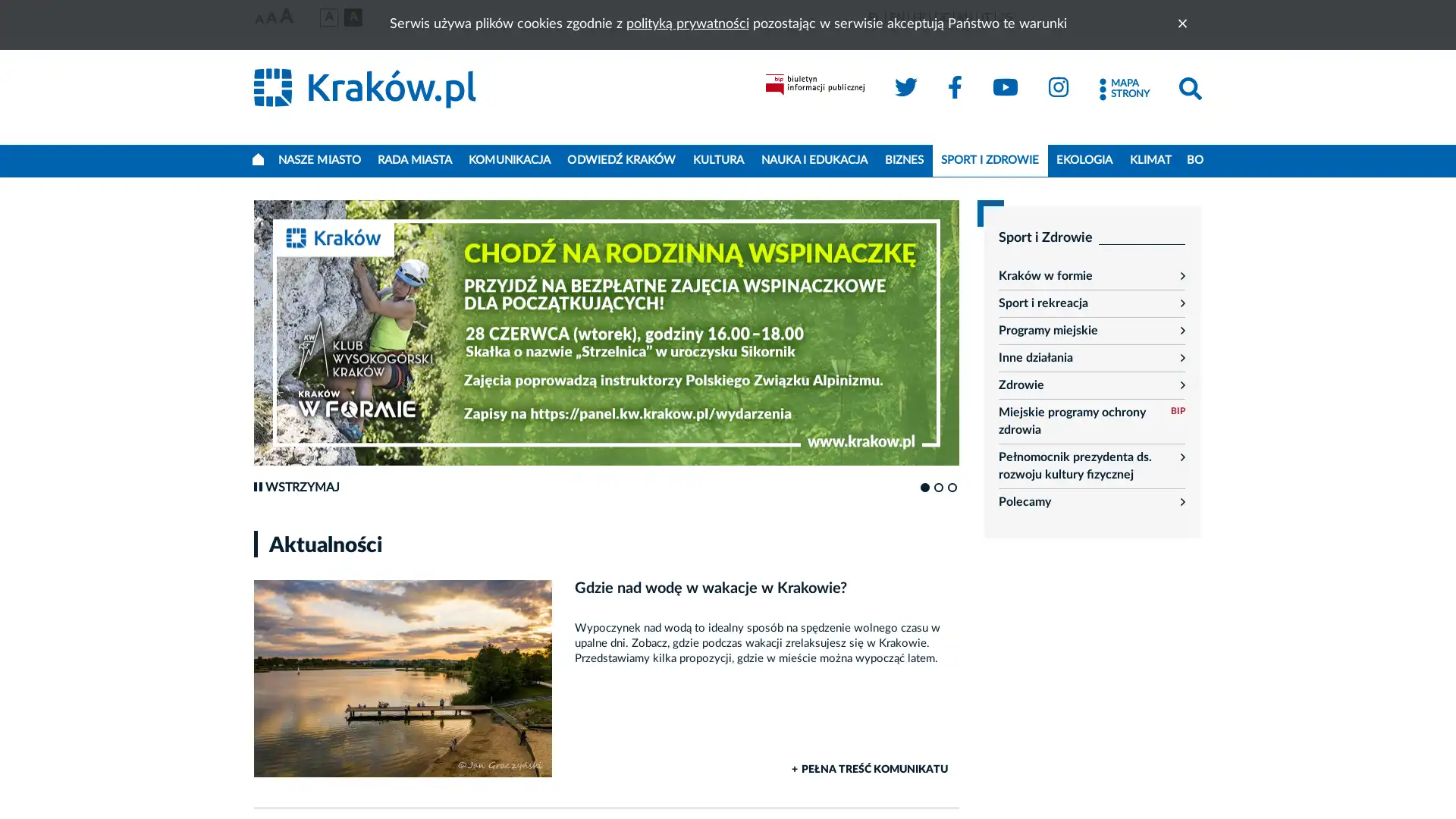 Image resolution: width=1456 pixels, height=819 pixels. What do you see at coordinates (271, 18) in the screenshot?
I see `Srednia czcionka` at bounding box center [271, 18].